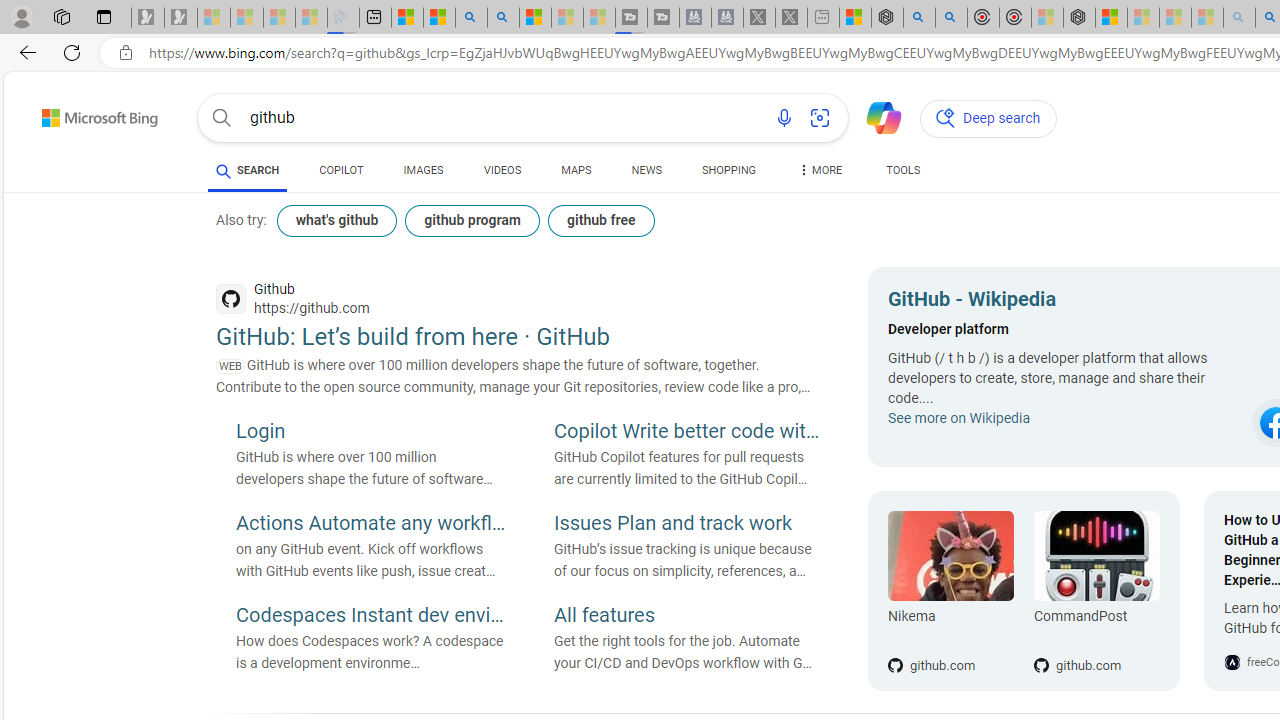 This screenshot has width=1280, height=720. What do you see at coordinates (246, 169) in the screenshot?
I see `'SEARCH'` at bounding box center [246, 169].